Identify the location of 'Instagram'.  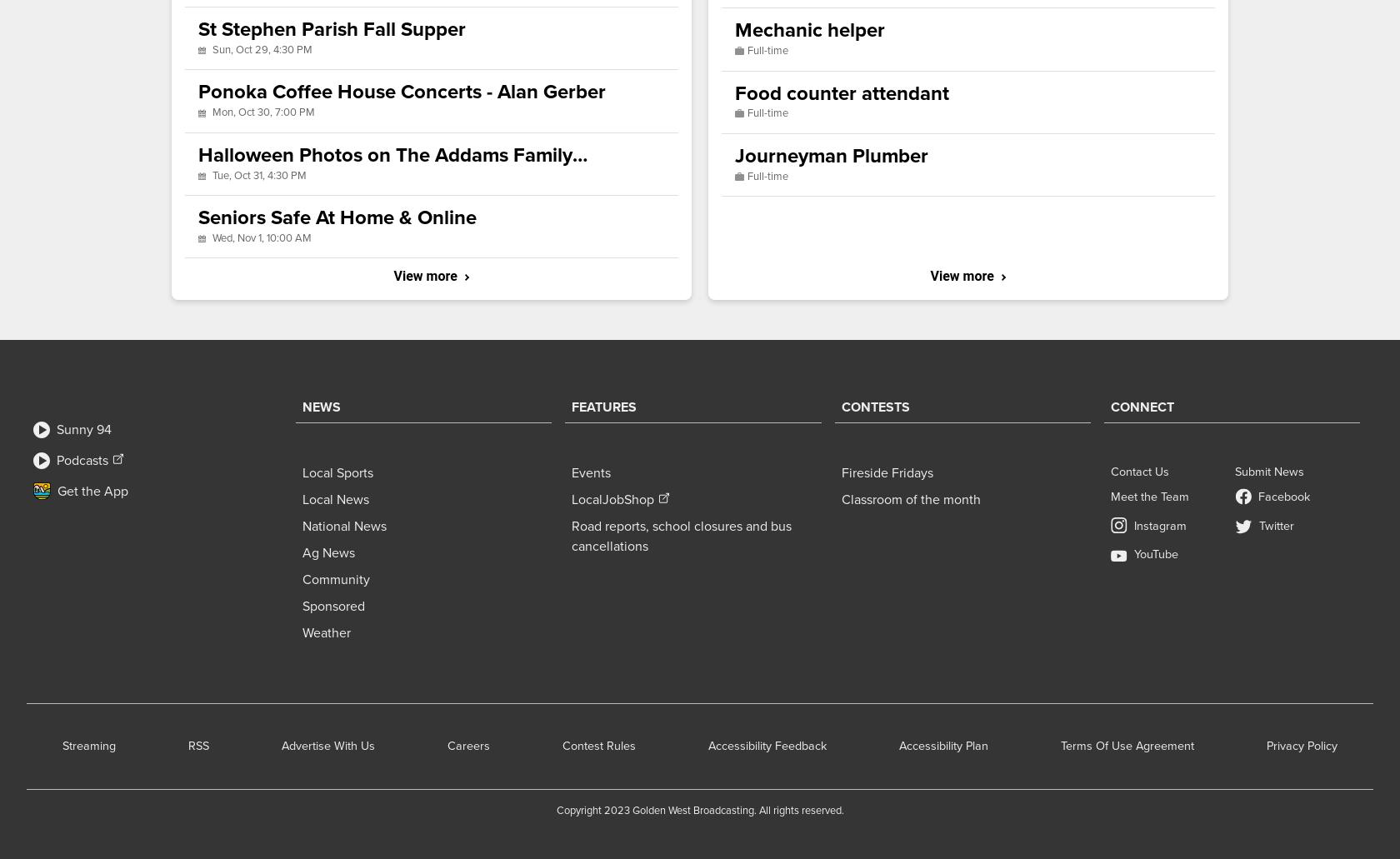
(1159, 525).